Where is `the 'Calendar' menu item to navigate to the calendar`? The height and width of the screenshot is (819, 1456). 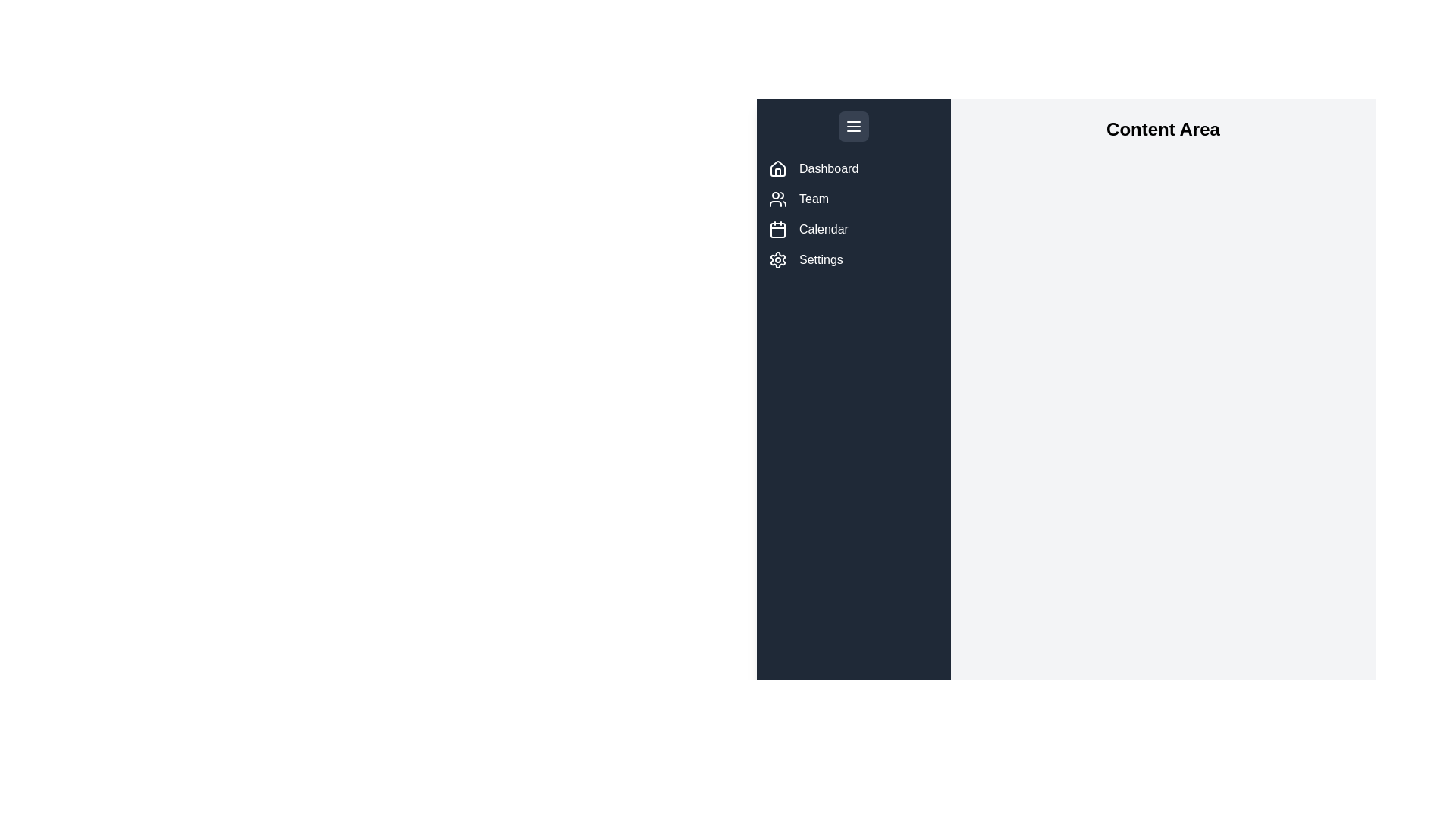
the 'Calendar' menu item to navigate to the calendar is located at coordinates (854, 230).